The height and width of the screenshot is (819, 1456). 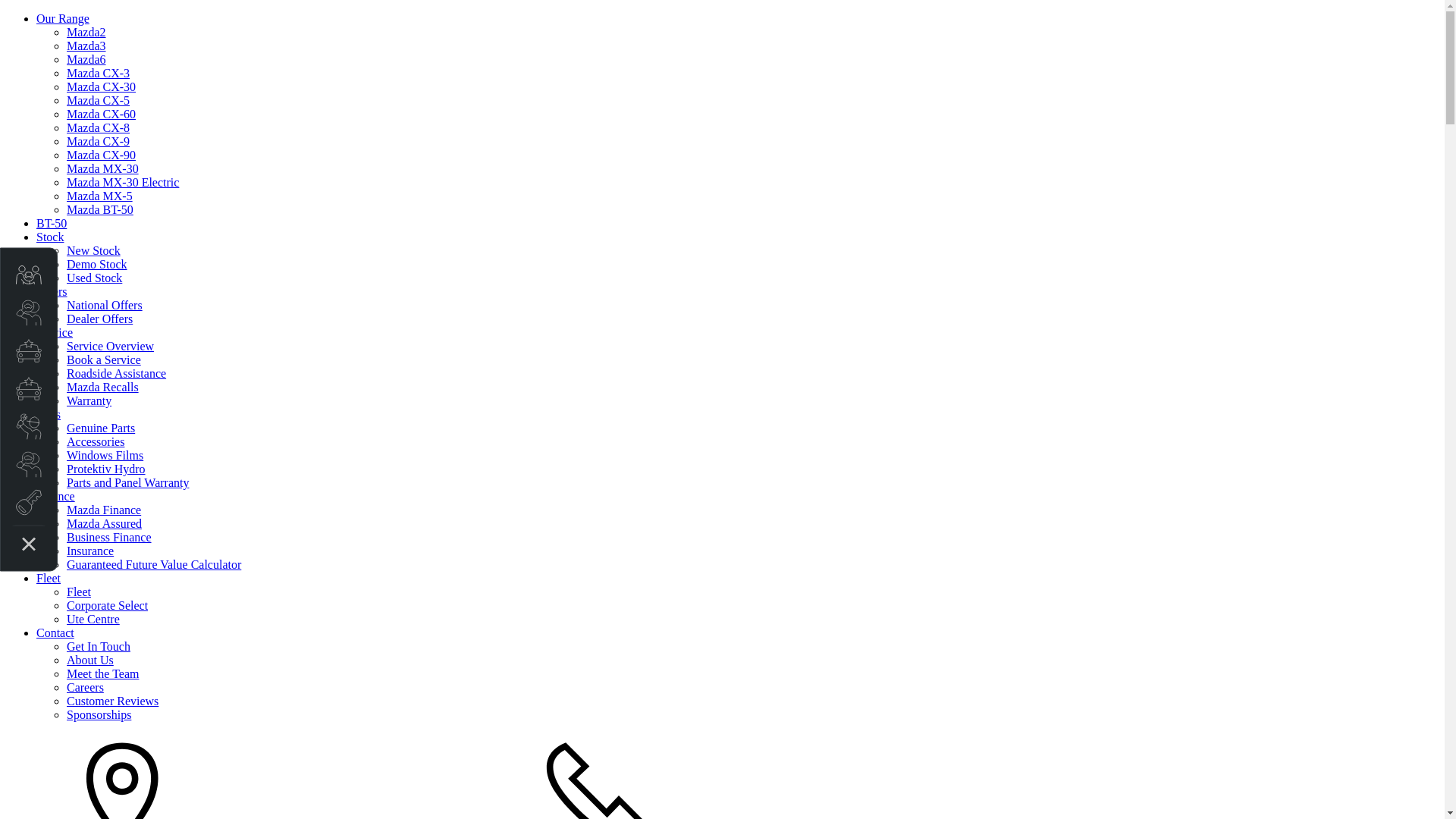 What do you see at coordinates (52, 291) in the screenshot?
I see `'Offers'` at bounding box center [52, 291].